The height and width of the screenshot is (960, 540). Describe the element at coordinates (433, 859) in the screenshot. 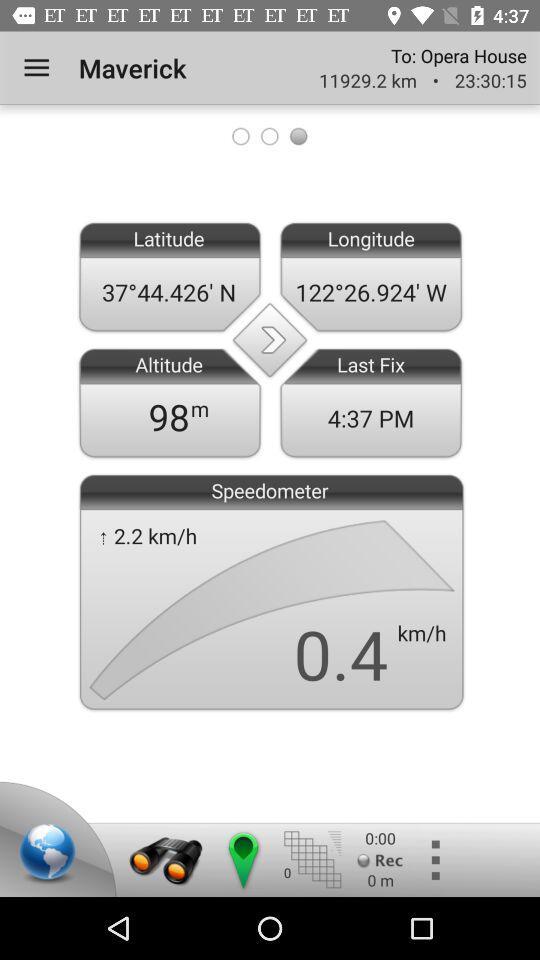

I see `click settings` at that location.